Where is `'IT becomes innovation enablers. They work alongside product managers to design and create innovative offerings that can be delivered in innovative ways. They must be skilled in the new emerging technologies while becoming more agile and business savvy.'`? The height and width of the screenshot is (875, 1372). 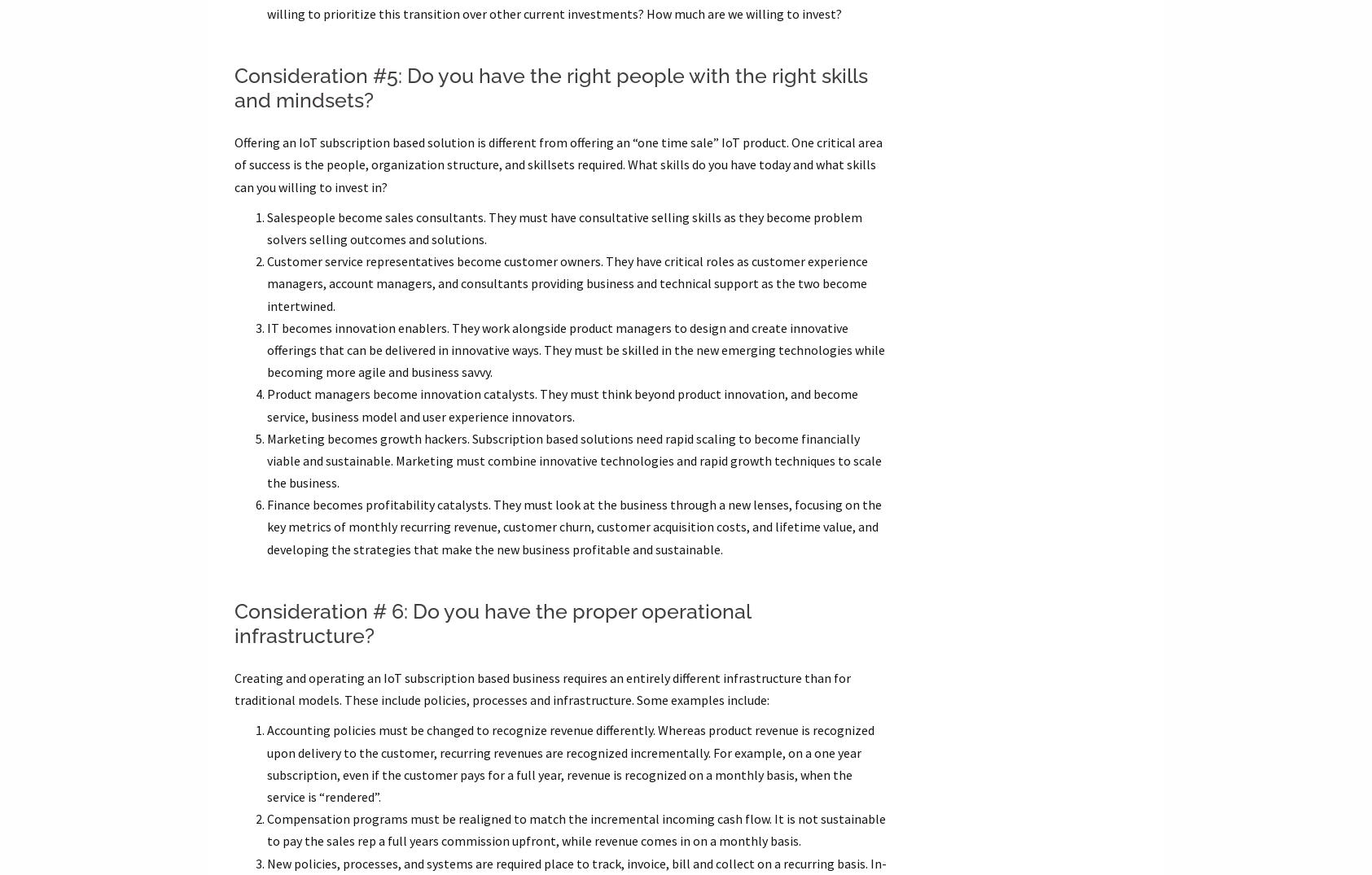
'IT becomes innovation enablers. They work alongside product managers to design and create innovative offerings that can be delivered in innovative ways. They must be skilled in the new emerging technologies while becoming more agile and business savvy.' is located at coordinates (574, 348).